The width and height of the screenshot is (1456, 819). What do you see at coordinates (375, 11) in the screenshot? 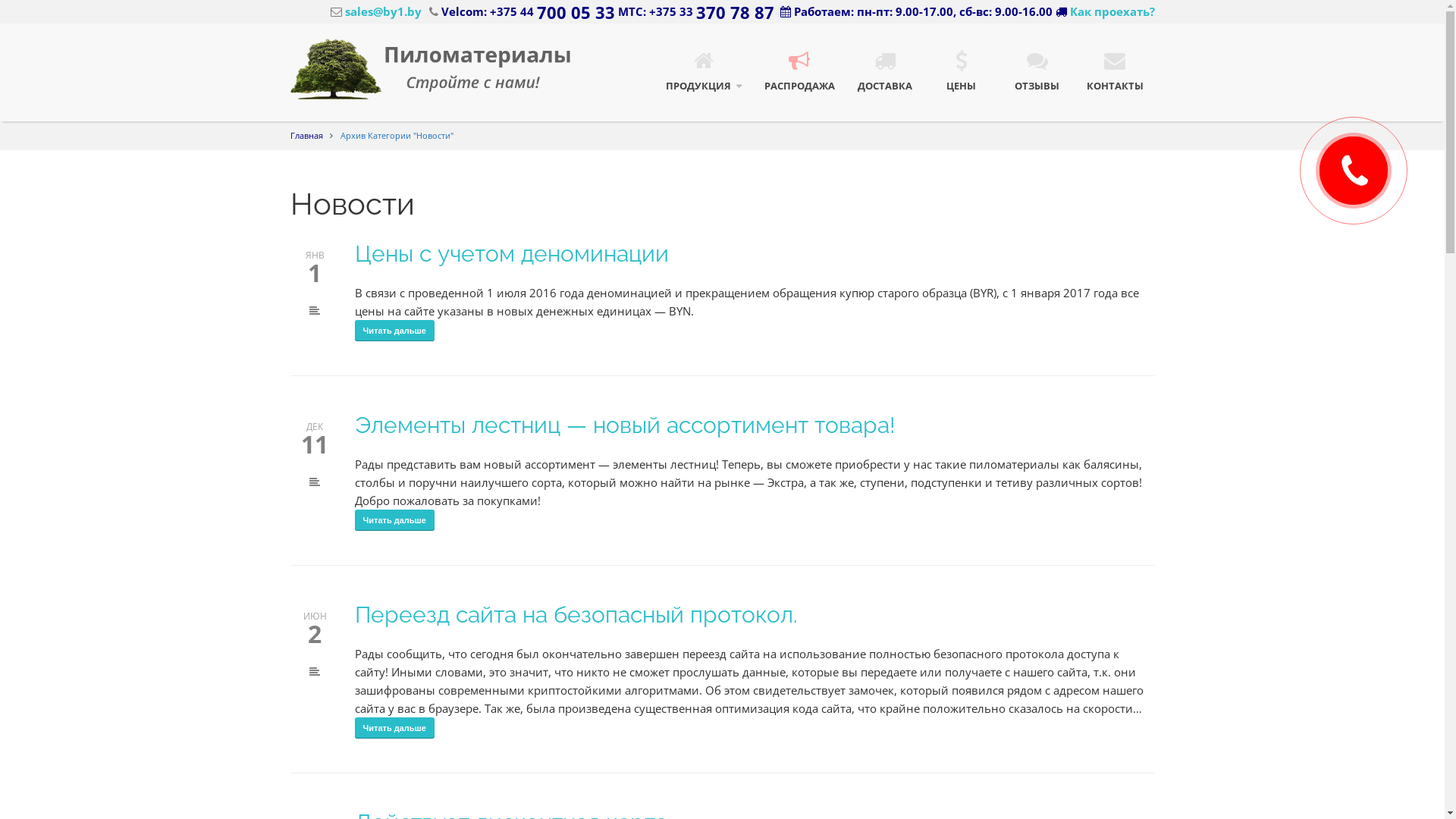
I see `'sales@by1.by'` at bounding box center [375, 11].